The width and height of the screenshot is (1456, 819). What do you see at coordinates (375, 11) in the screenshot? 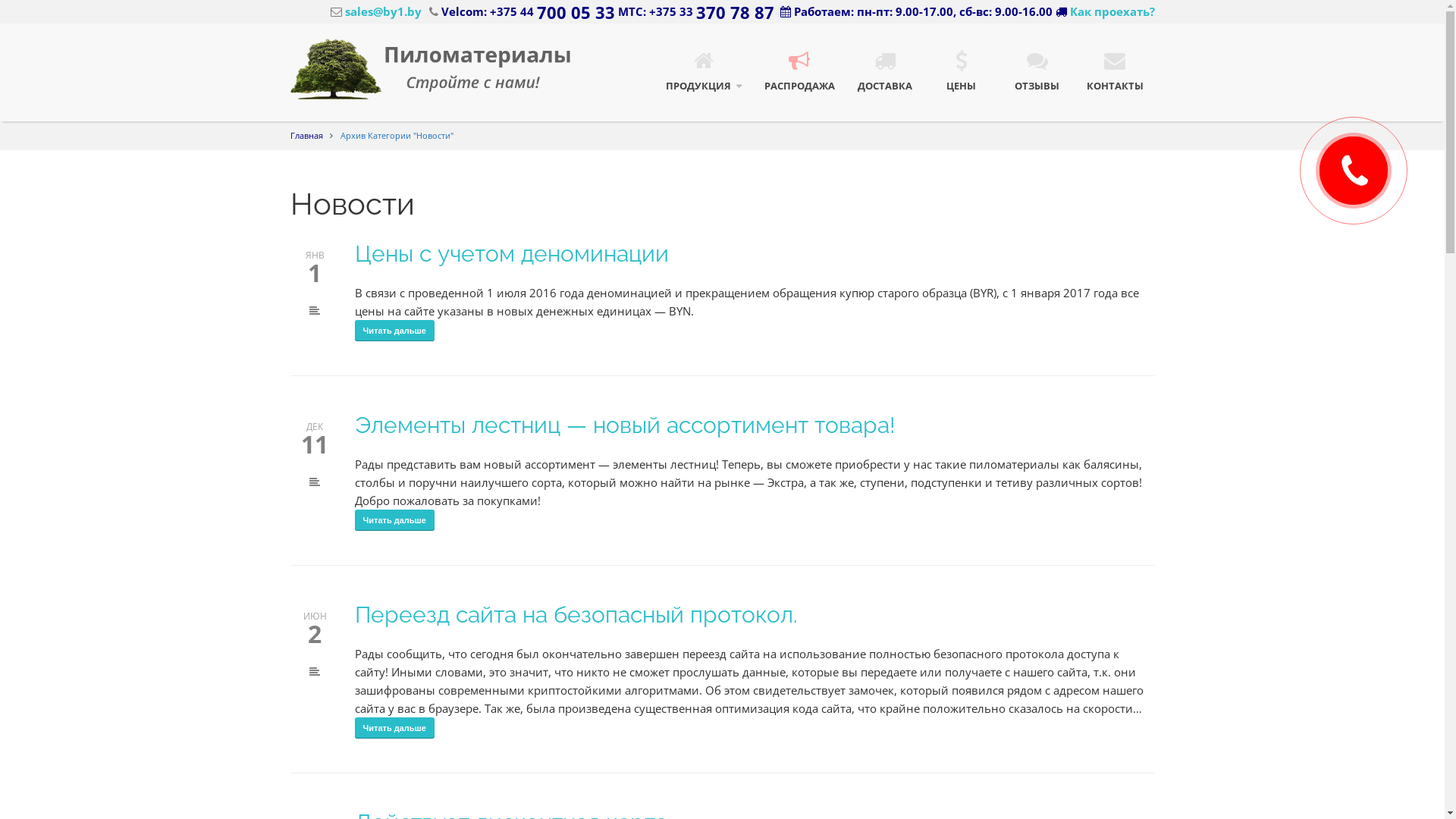
I see `'sales@by1.by'` at bounding box center [375, 11].